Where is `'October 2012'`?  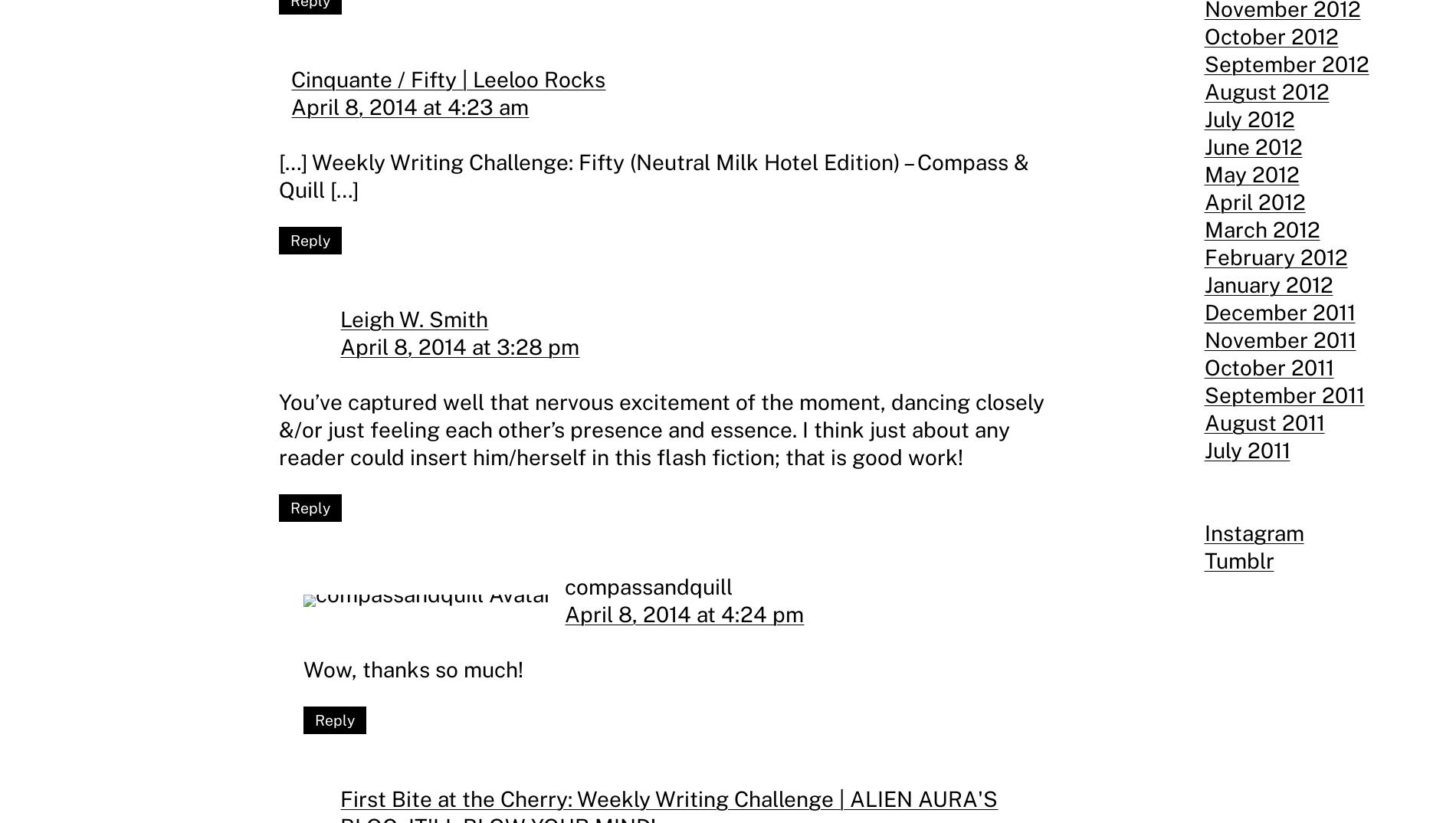
'October 2012' is located at coordinates (1271, 35).